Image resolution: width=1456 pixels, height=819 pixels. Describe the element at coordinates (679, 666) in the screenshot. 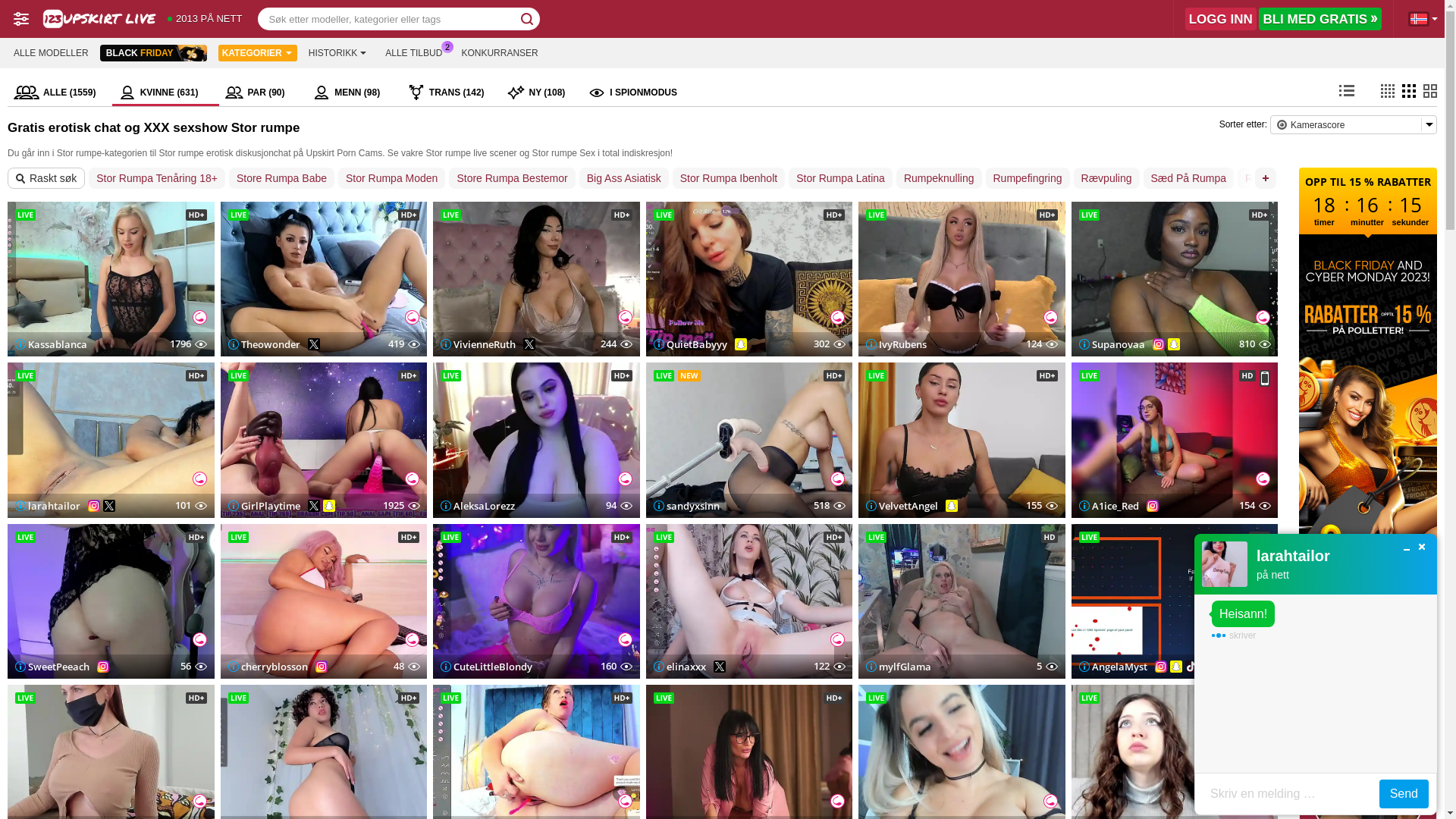

I see `'elinaxxx'` at that location.